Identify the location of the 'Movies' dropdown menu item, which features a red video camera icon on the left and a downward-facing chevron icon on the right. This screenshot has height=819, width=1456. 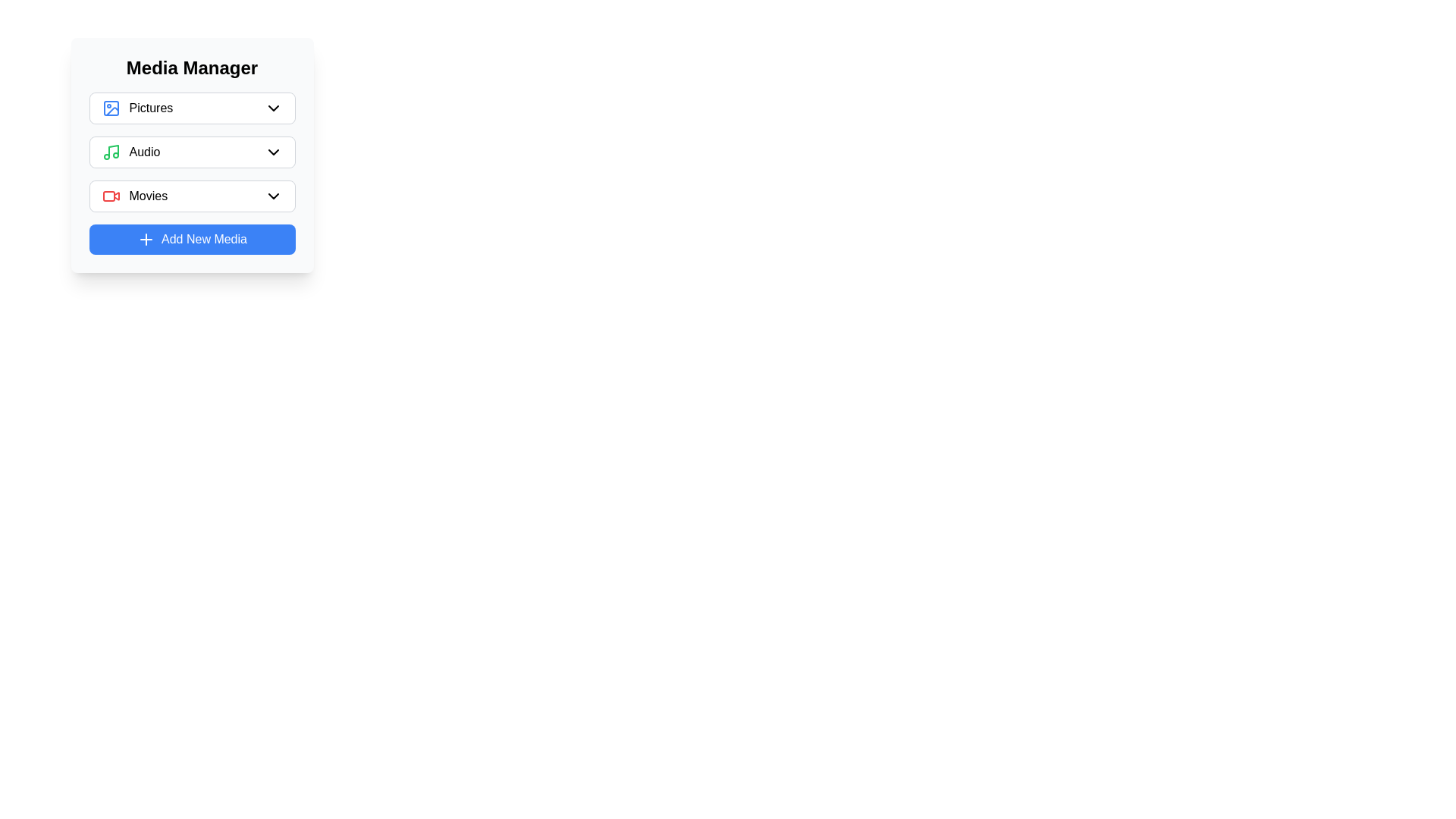
(191, 195).